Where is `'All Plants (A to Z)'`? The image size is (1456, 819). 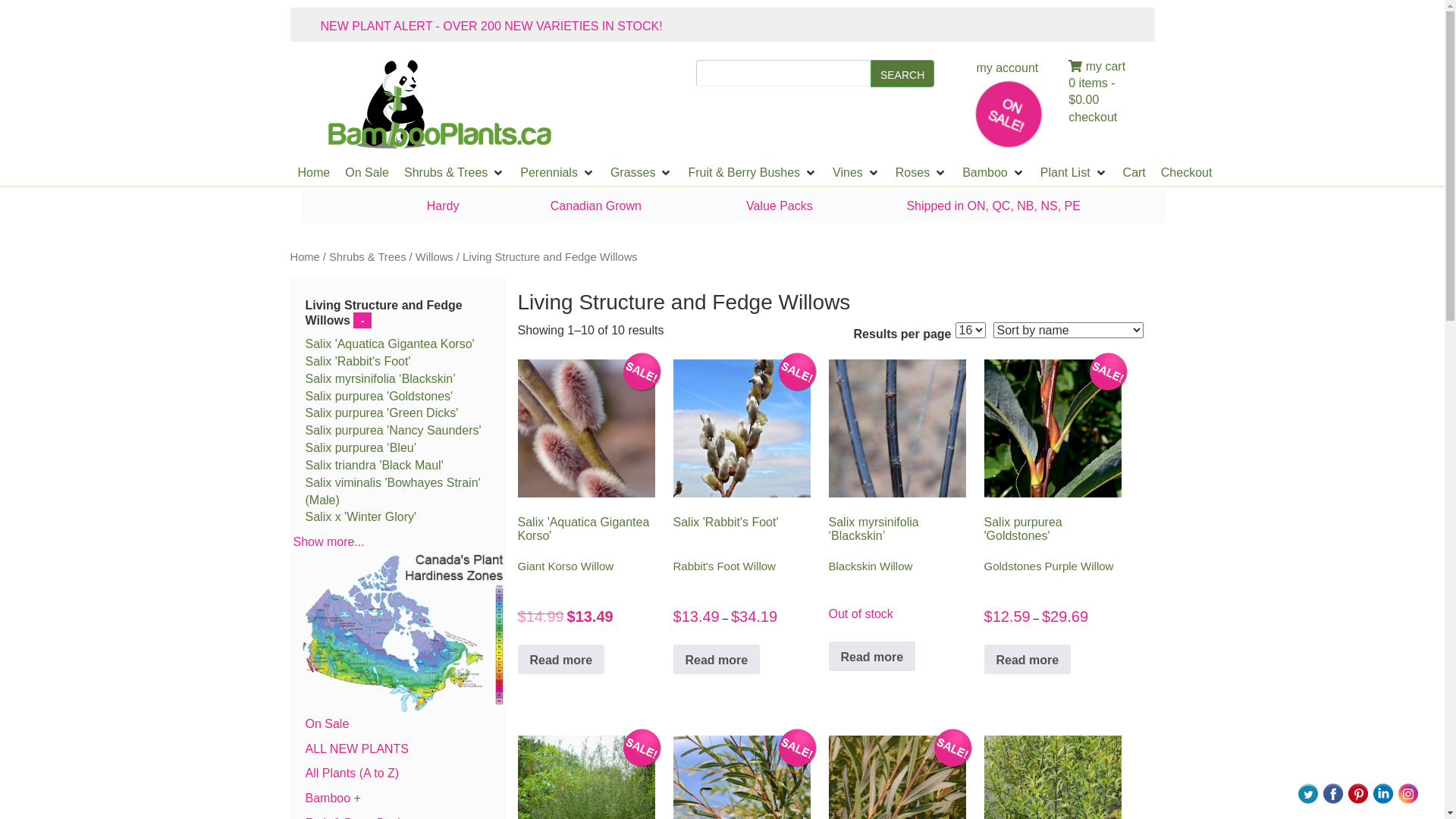
'All Plants (A to Z)' is located at coordinates (351, 773).